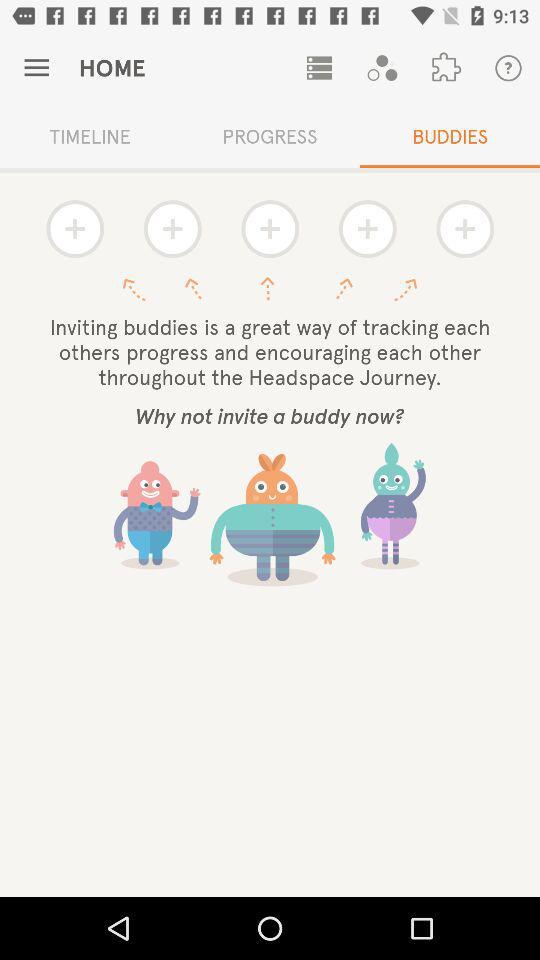 This screenshot has width=540, height=960. What do you see at coordinates (319, 68) in the screenshot?
I see `item to the right of home icon` at bounding box center [319, 68].